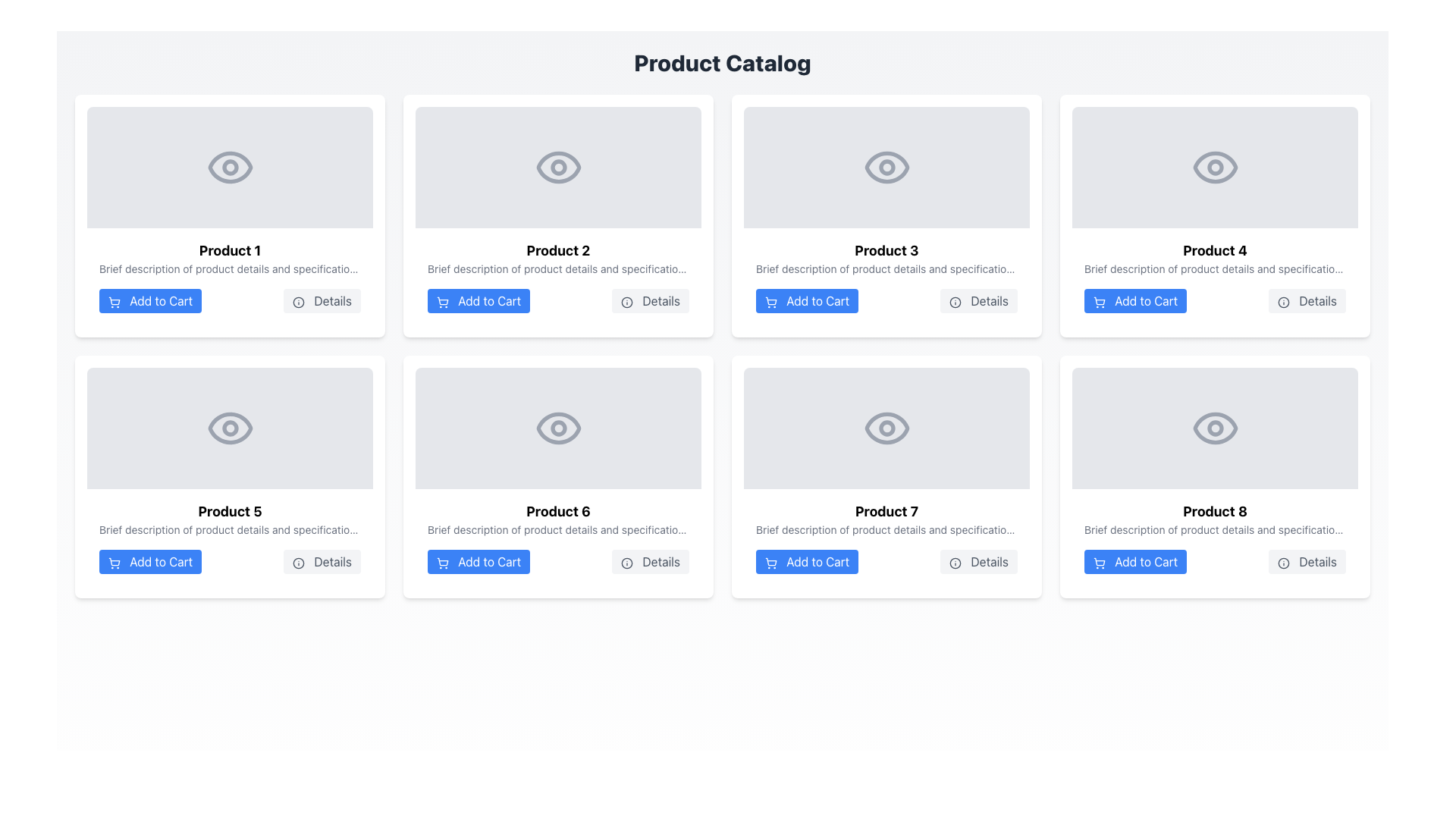 The height and width of the screenshot is (819, 1456). I want to click on the shopping cart icon within the 'Add to Cart' button for 'Product 7' in the product grid, so click(771, 562).